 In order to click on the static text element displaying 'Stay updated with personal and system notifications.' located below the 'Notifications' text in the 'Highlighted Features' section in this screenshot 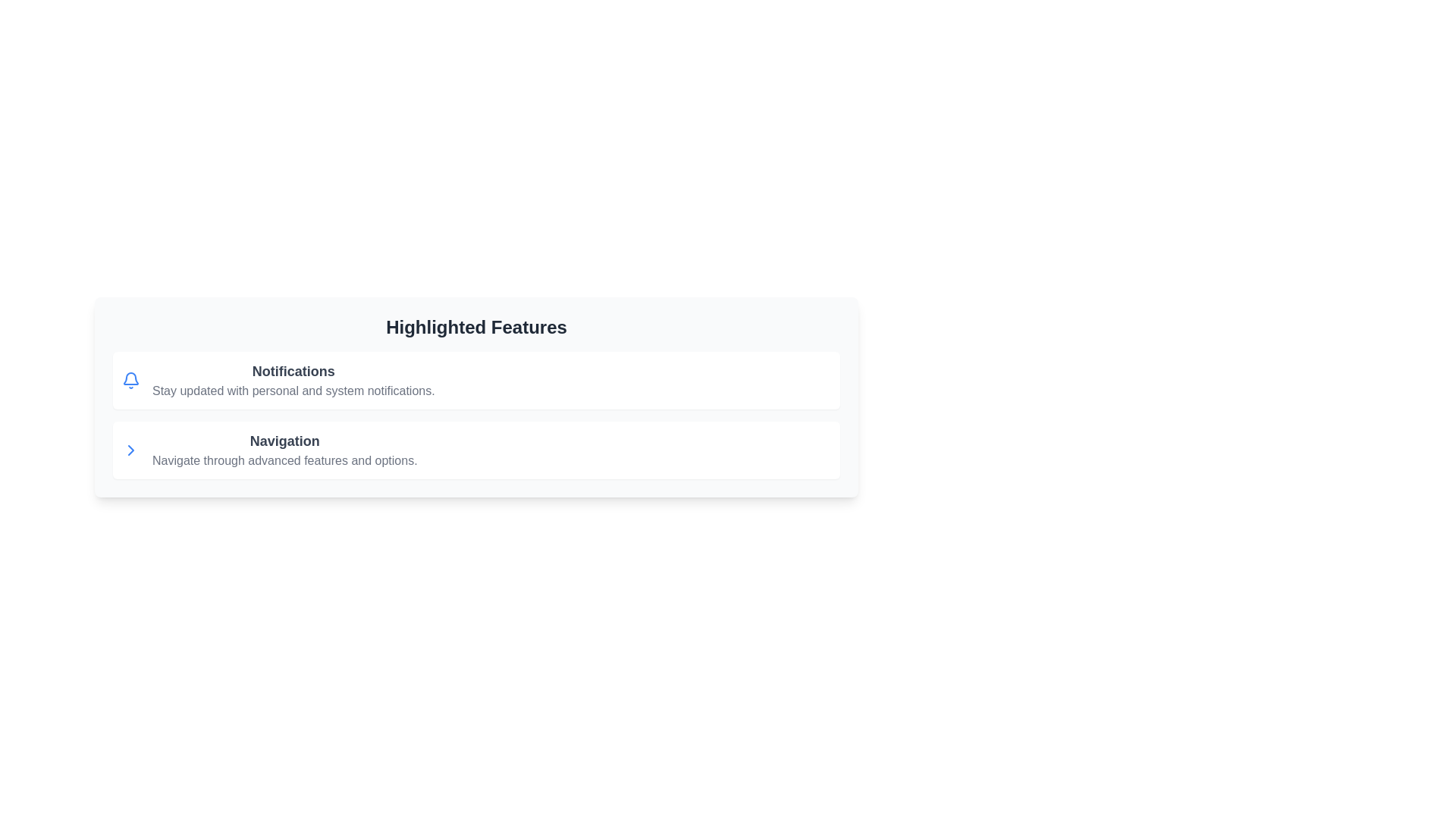, I will do `click(293, 391)`.